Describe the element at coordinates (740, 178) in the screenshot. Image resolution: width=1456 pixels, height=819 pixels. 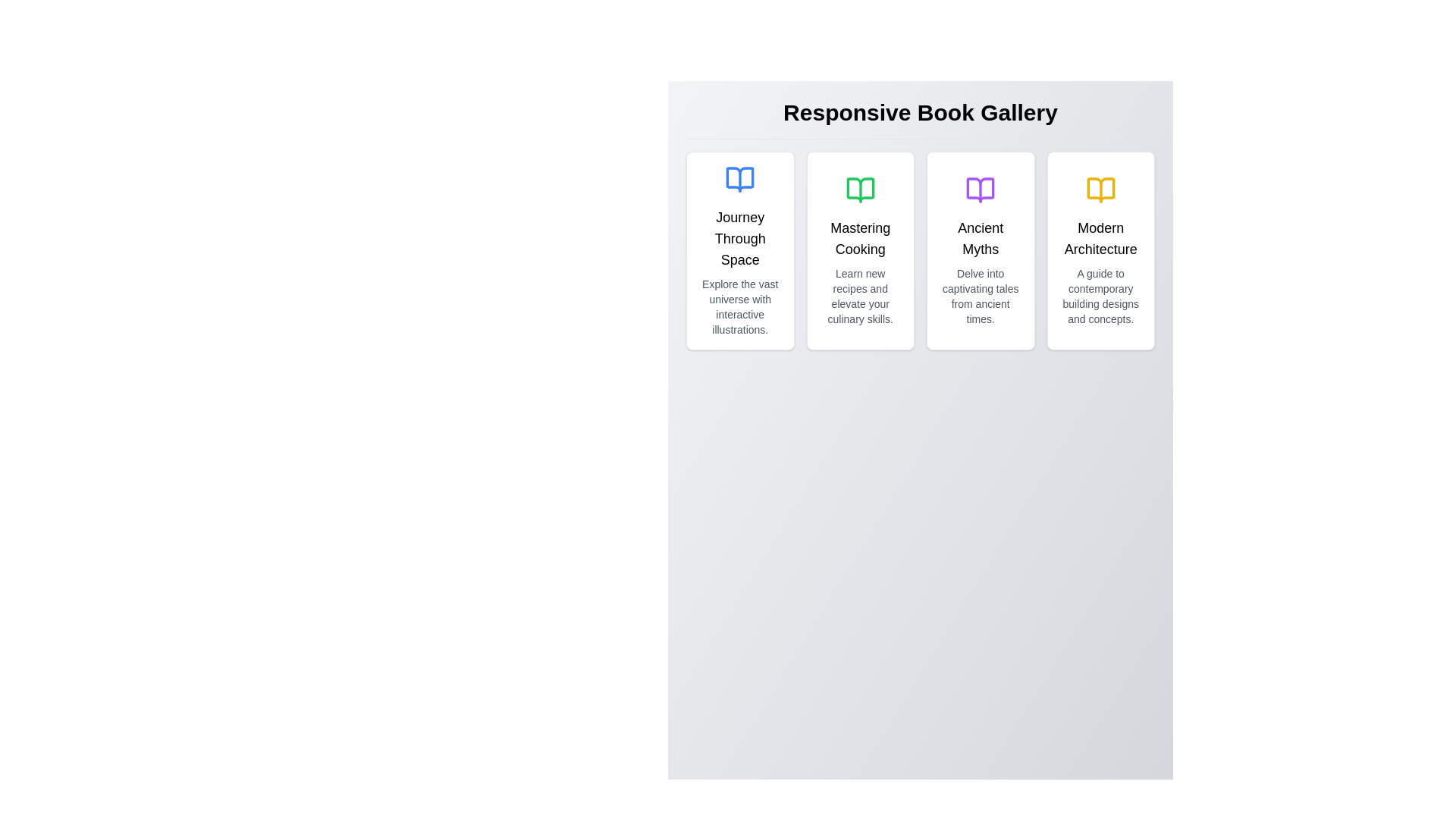
I see `the open book icon, which is visually represented with smooth vector lines in blue, located at the top center of the card titled 'Journey Through Space'` at that location.